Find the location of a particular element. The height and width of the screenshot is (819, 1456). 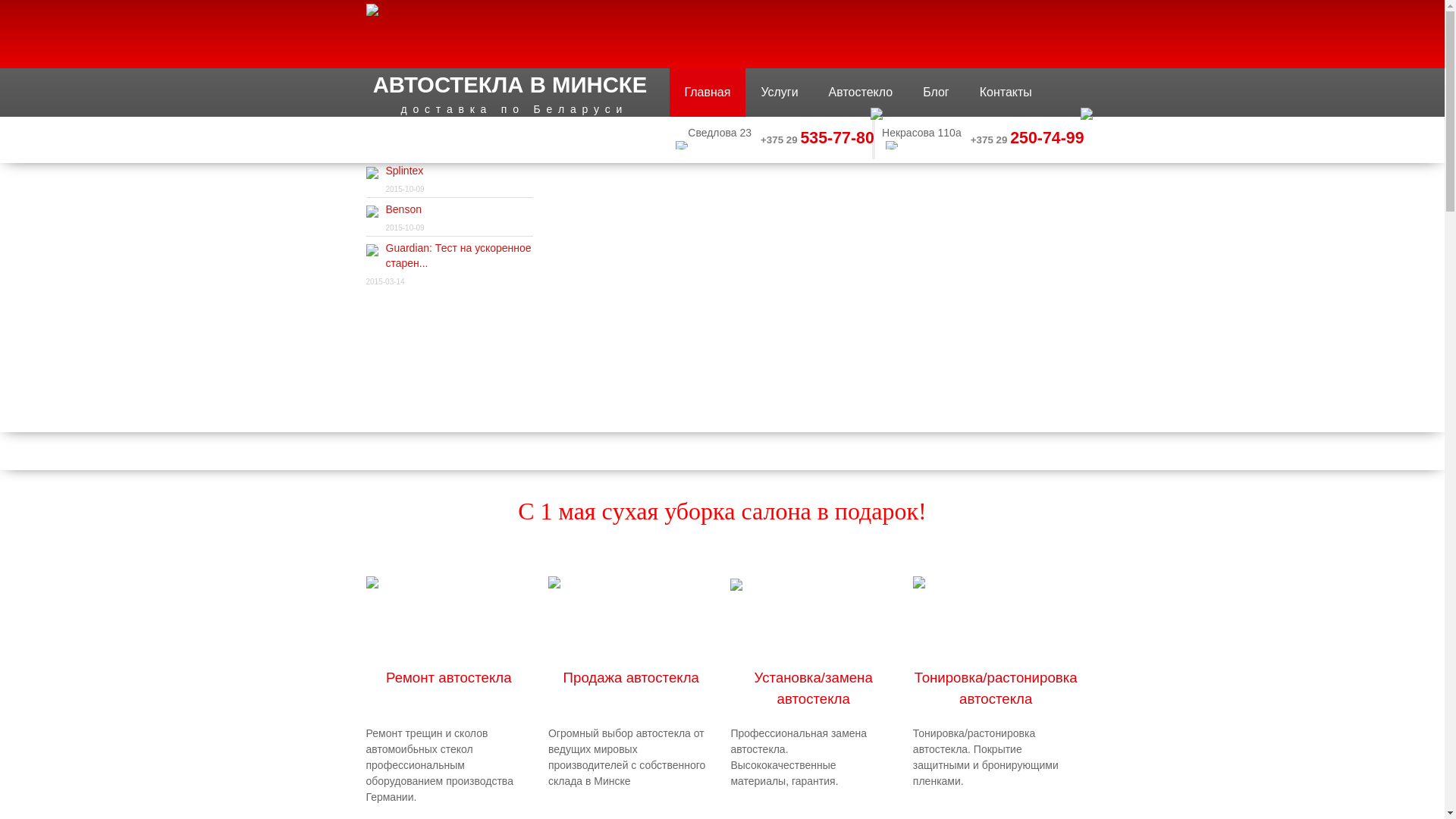

'Splintex' is located at coordinates (385, 170).